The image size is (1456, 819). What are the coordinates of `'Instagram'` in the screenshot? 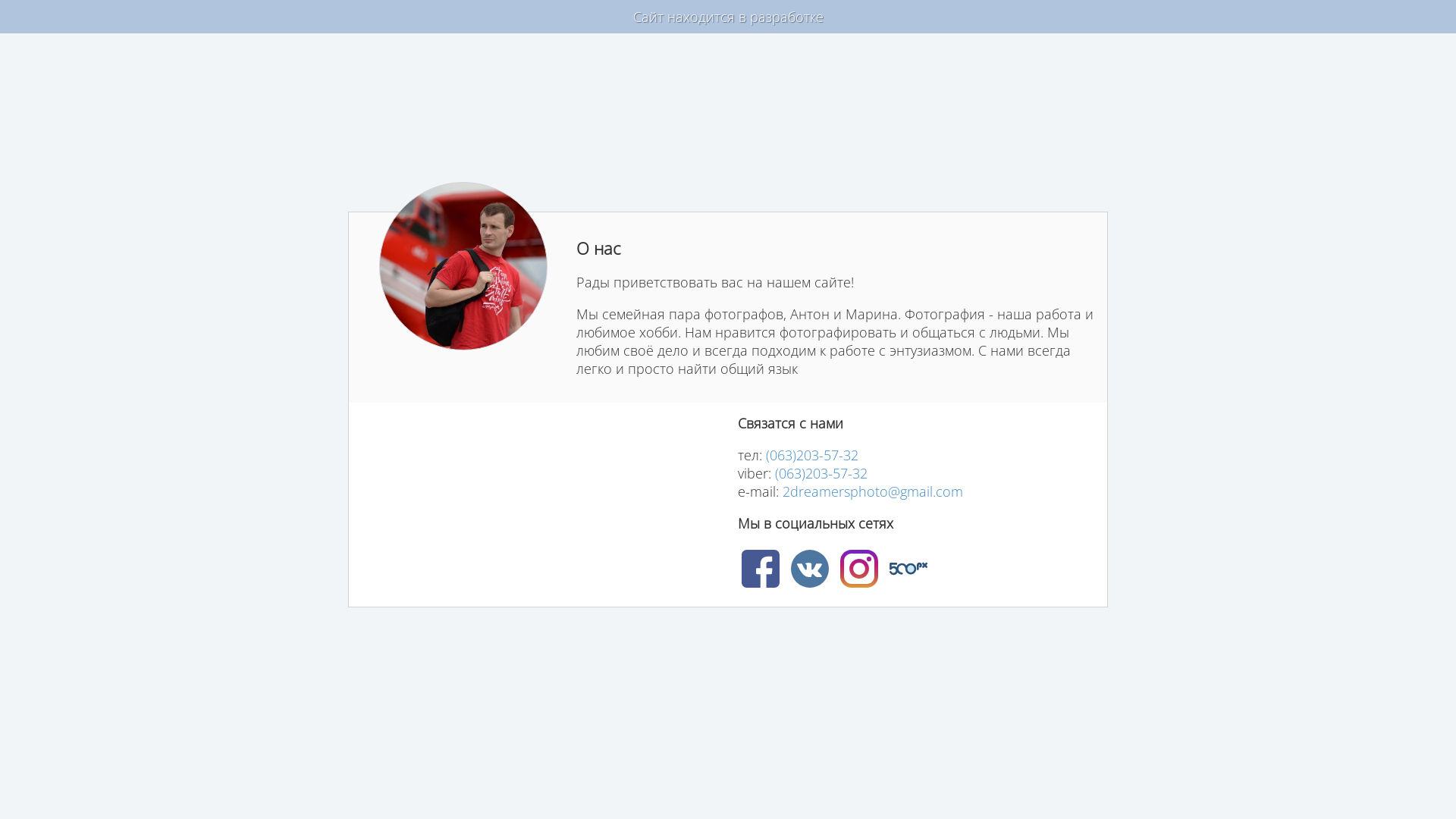 It's located at (839, 568).